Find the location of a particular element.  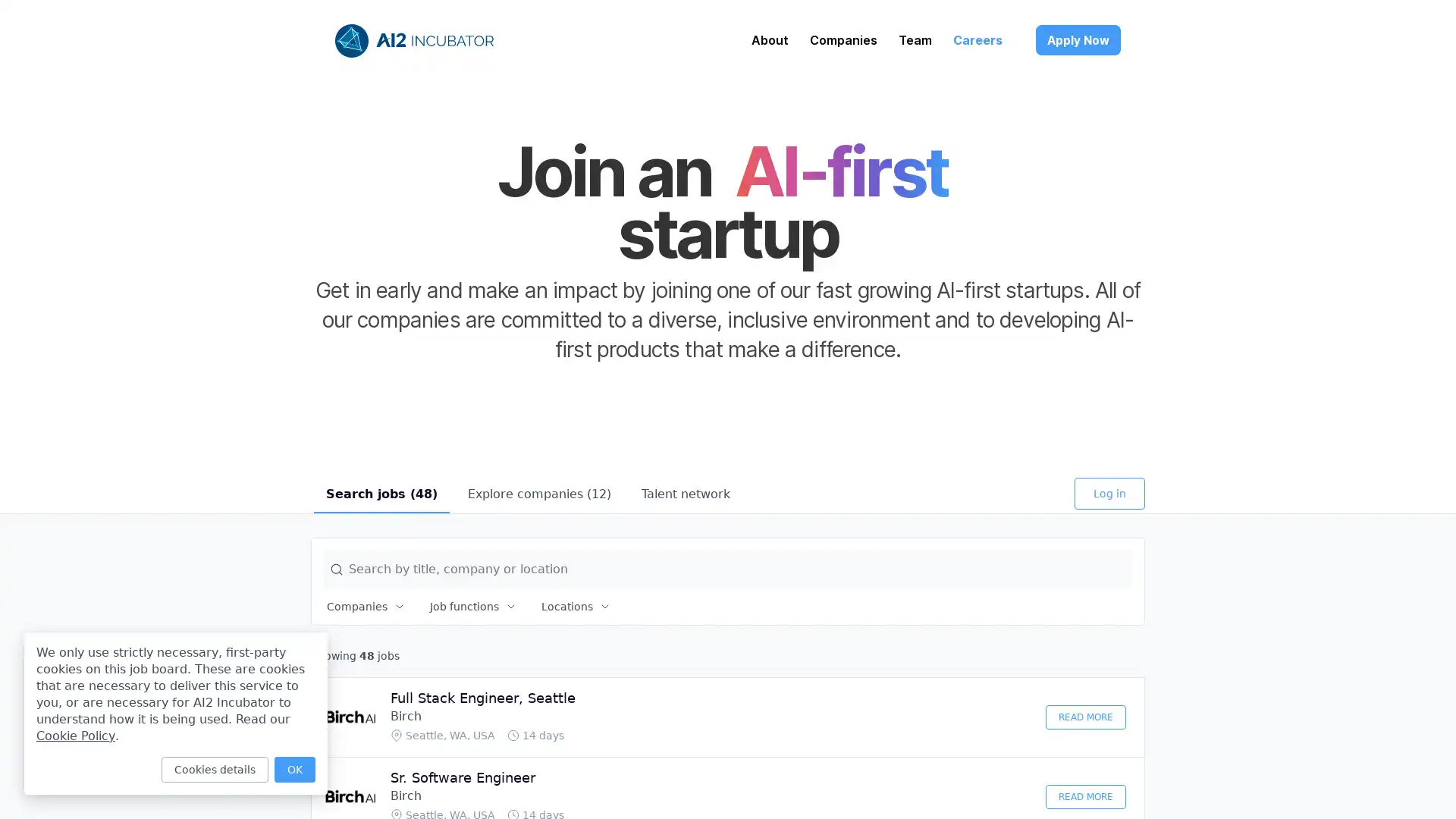

Discard is located at coordinates (1001, 795).